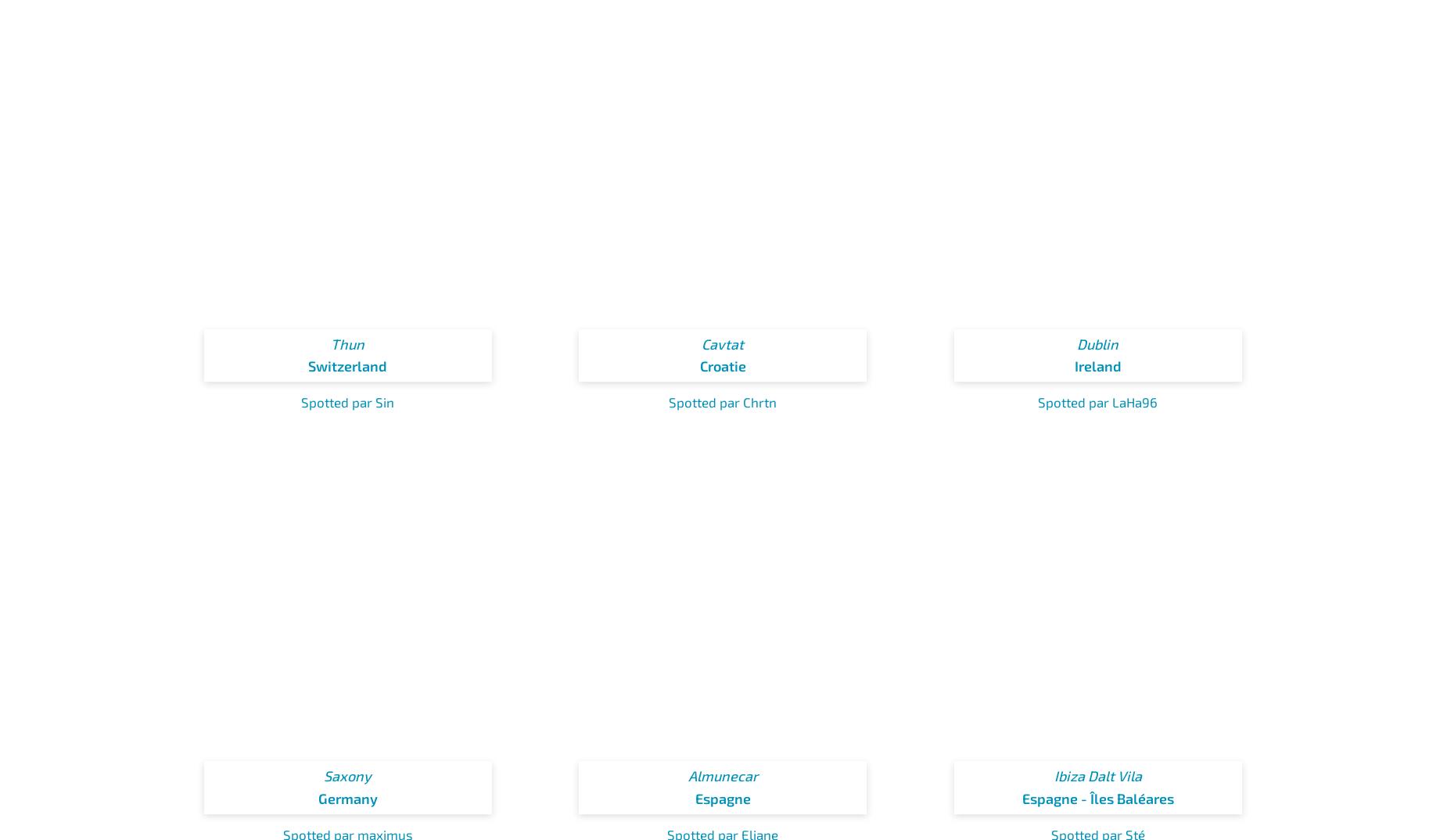 Image resolution: width=1447 pixels, height=840 pixels. I want to click on 'Cavtat', so click(723, 343).